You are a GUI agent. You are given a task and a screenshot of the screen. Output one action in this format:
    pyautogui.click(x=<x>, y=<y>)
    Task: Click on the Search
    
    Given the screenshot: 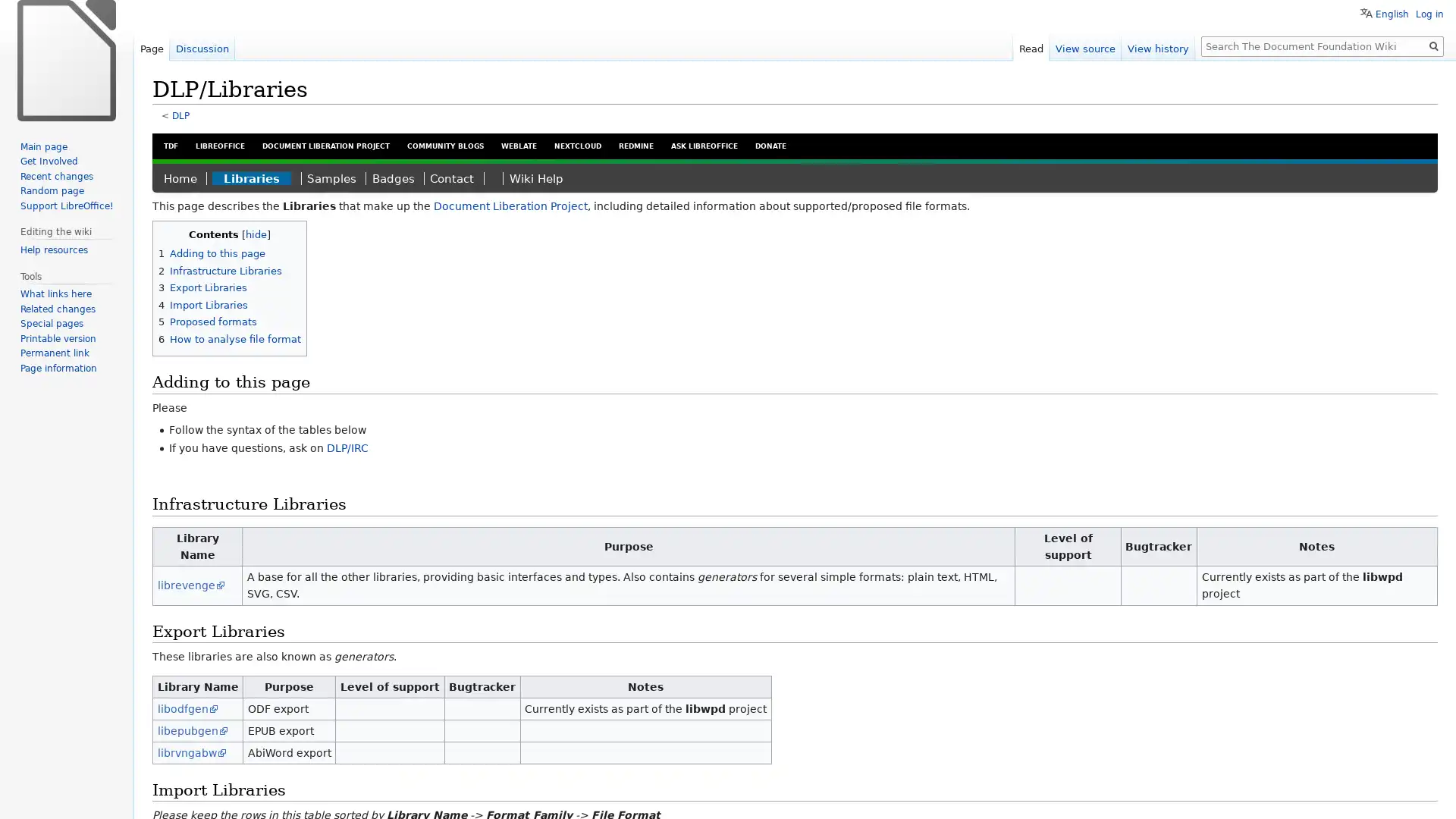 What is the action you would take?
    pyautogui.click(x=1433, y=45)
    